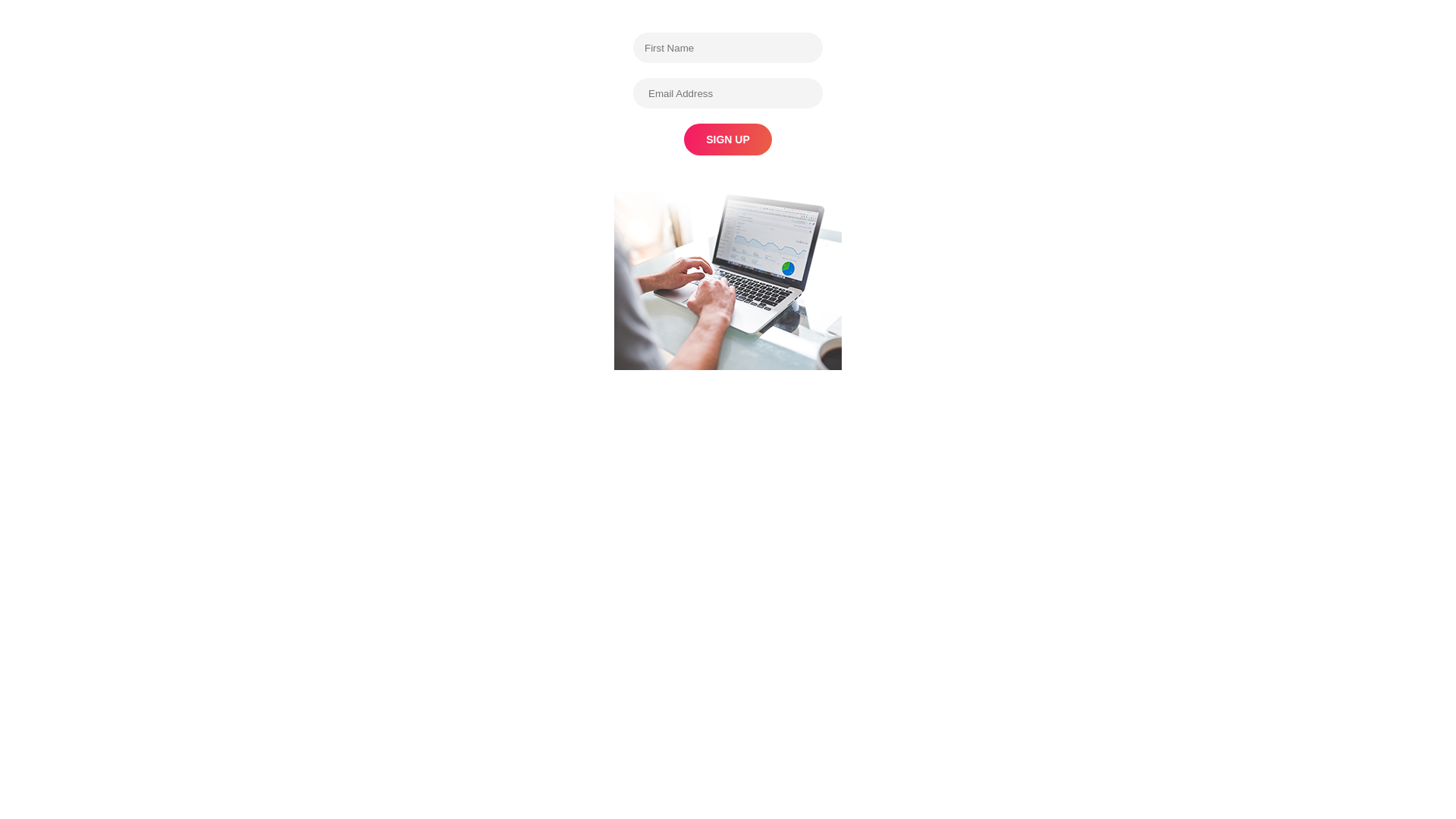 The height and width of the screenshot is (819, 1456). Describe the element at coordinates (728, 140) in the screenshot. I see `'Sign Up'` at that location.